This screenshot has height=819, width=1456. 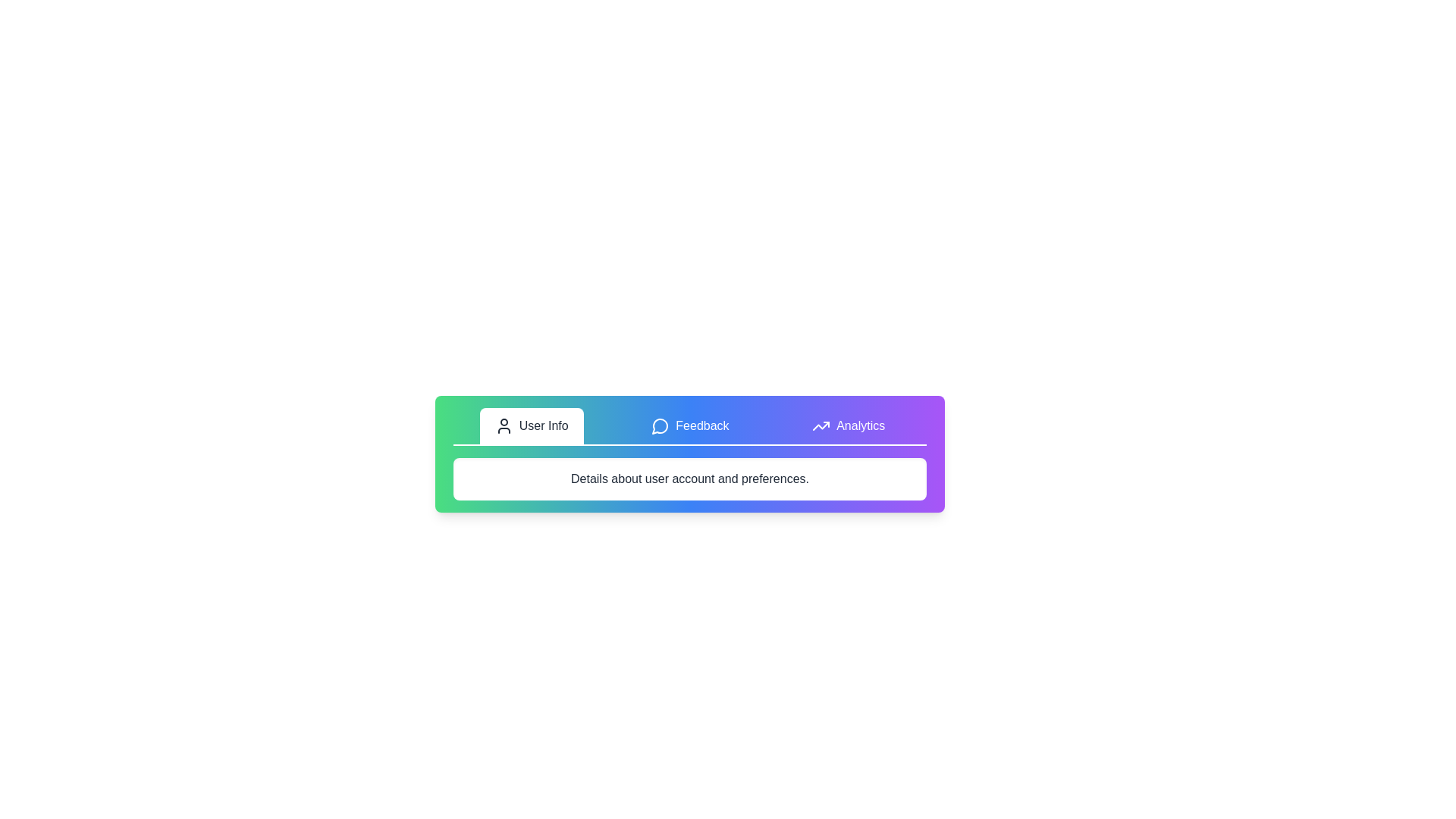 I want to click on the Feedback tab by clicking its navigation button, so click(x=689, y=426).